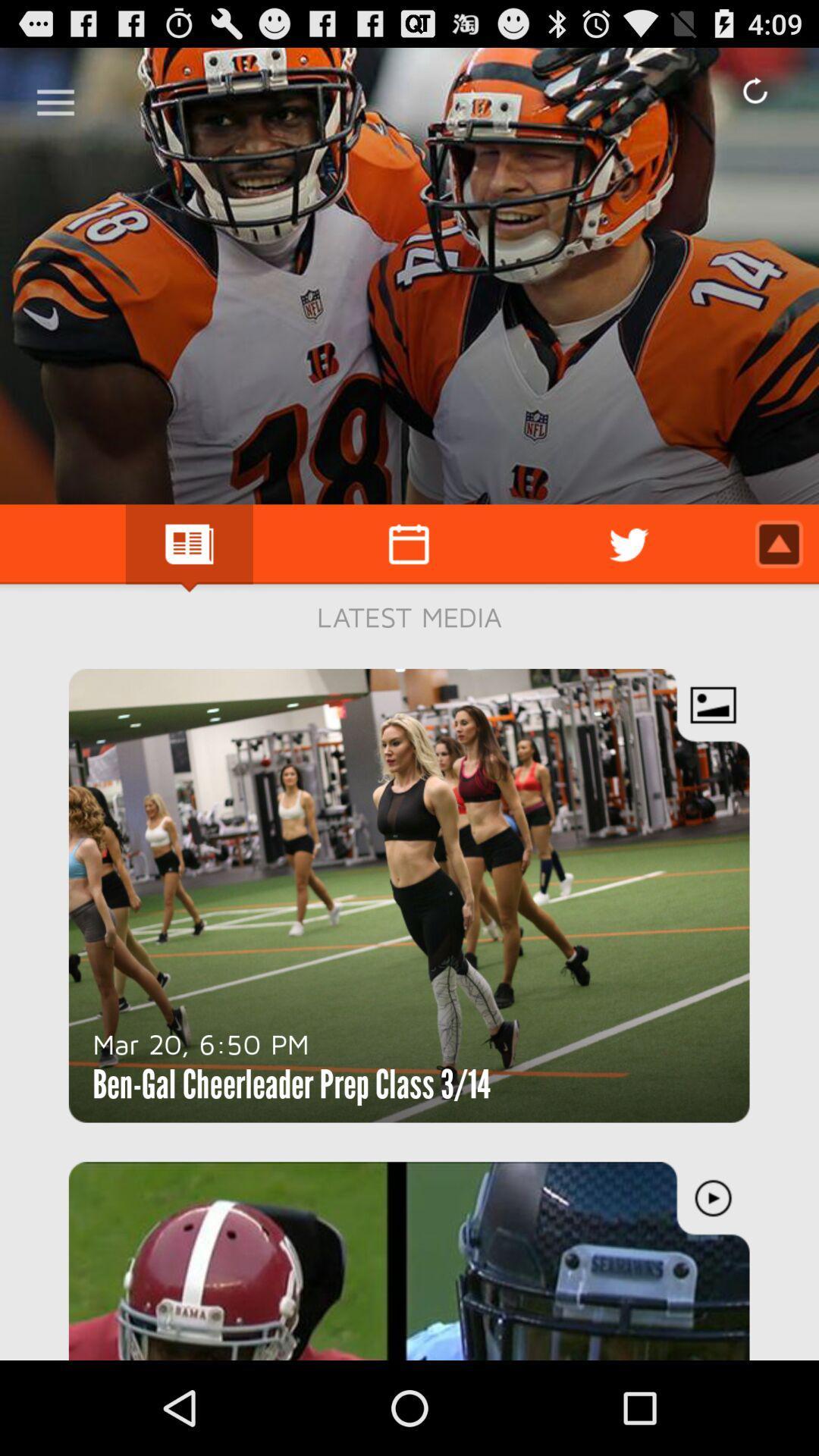 The image size is (819, 1456). Describe the element at coordinates (55, 96) in the screenshot. I see `open menu` at that location.